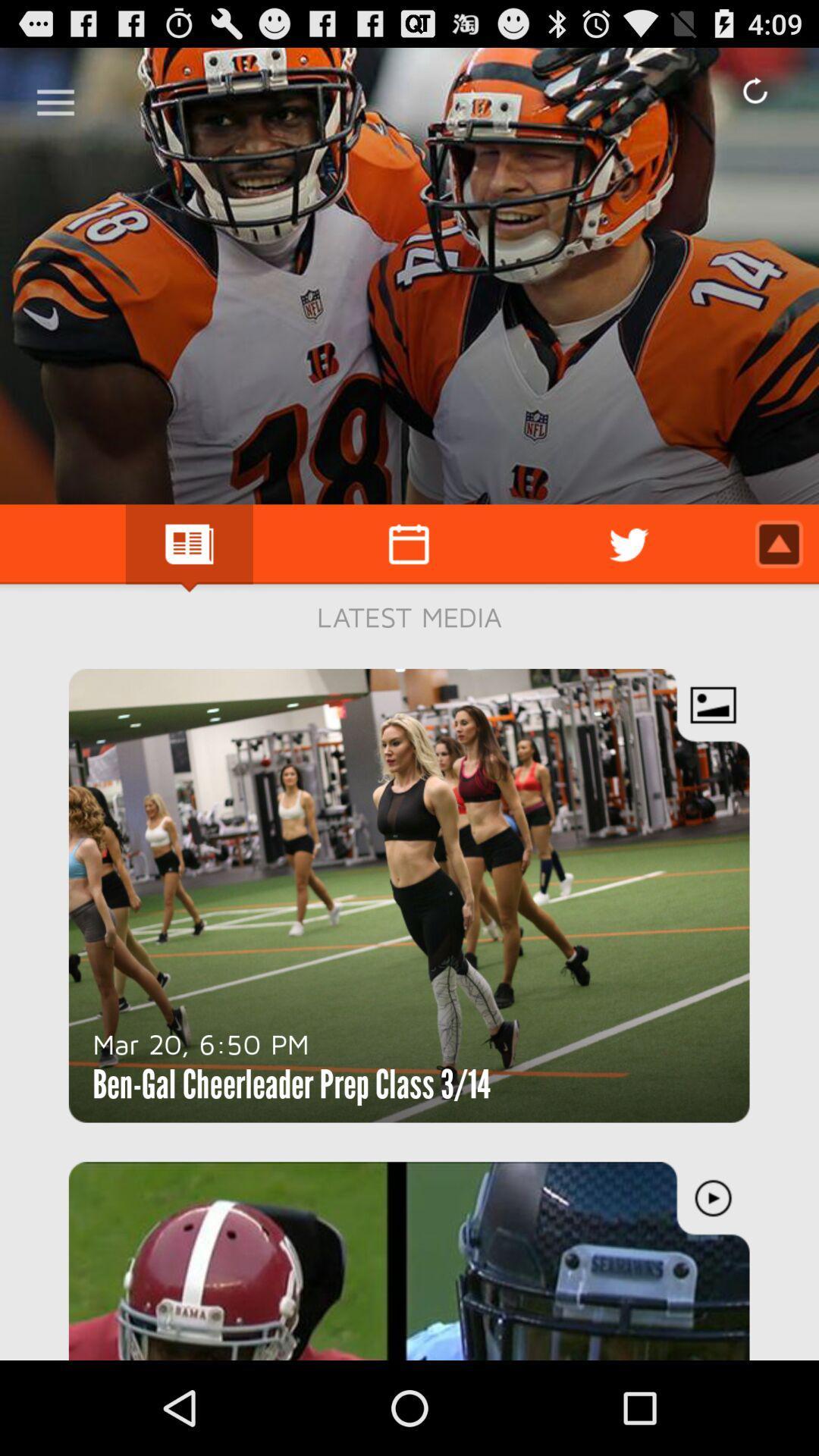 The image size is (819, 1456). Describe the element at coordinates (55, 96) in the screenshot. I see `open menu` at that location.